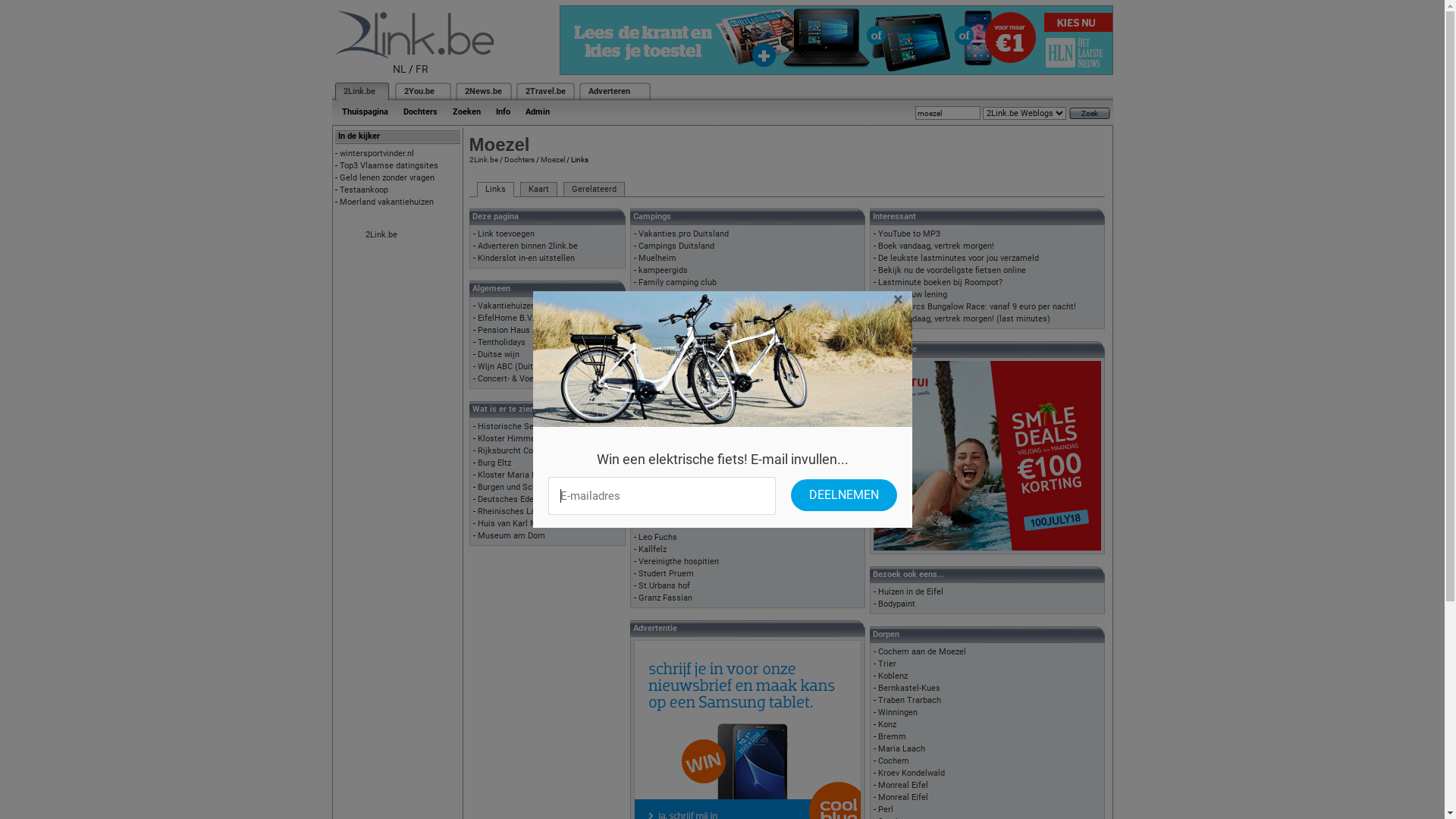 The height and width of the screenshot is (819, 1456). What do you see at coordinates (364, 189) in the screenshot?
I see `'Testaankoop'` at bounding box center [364, 189].